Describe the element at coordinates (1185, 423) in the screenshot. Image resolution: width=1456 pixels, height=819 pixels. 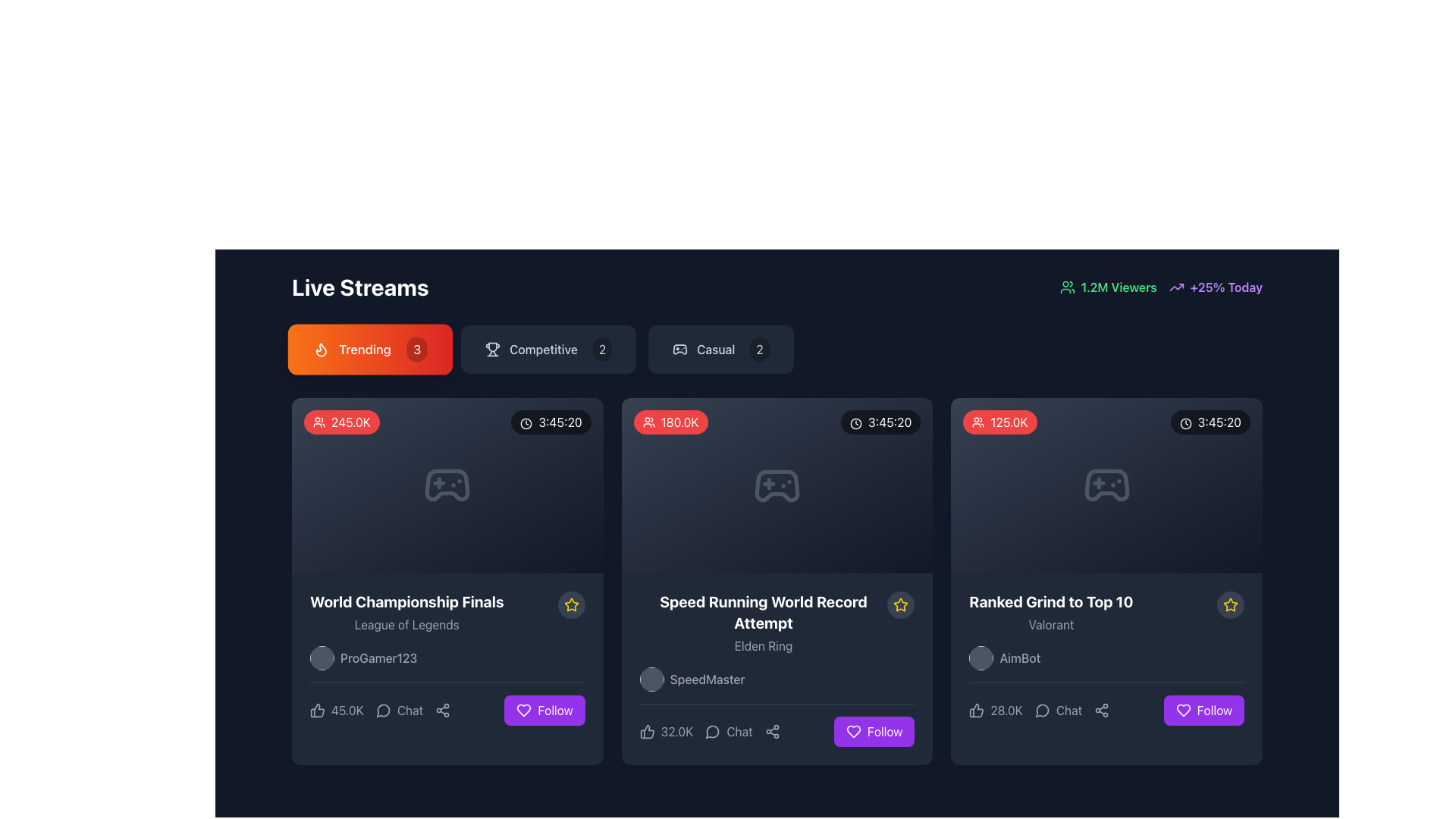
I see `the visual information from the clock icon located in the top-right corner of the 'Ranked Grind to Top 10' card` at that location.